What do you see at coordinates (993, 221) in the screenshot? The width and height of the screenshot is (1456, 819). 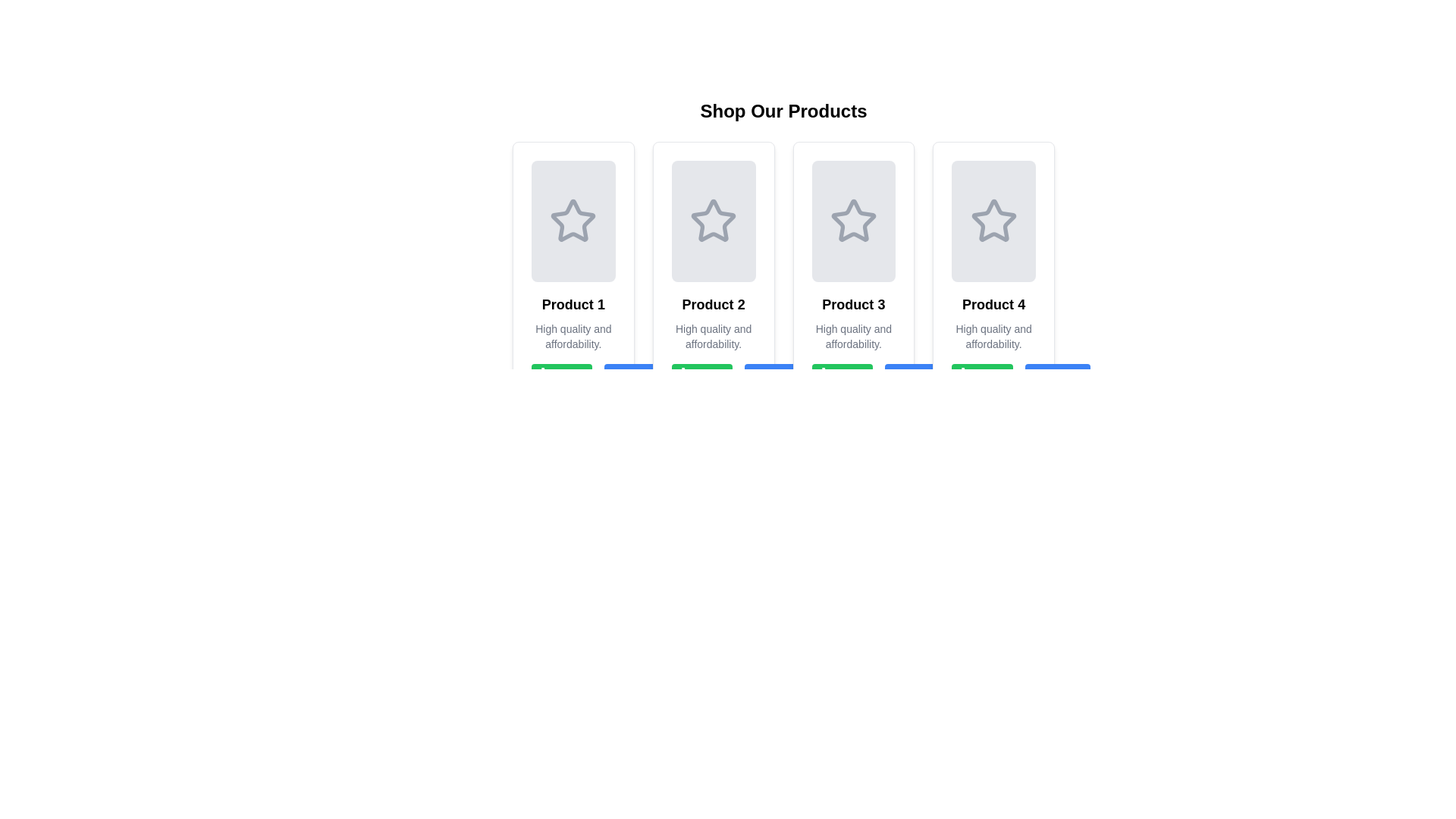 I see `the star icon to rate Product 4, which is centrally positioned within the card among the four product cards displayed horizontally` at bounding box center [993, 221].